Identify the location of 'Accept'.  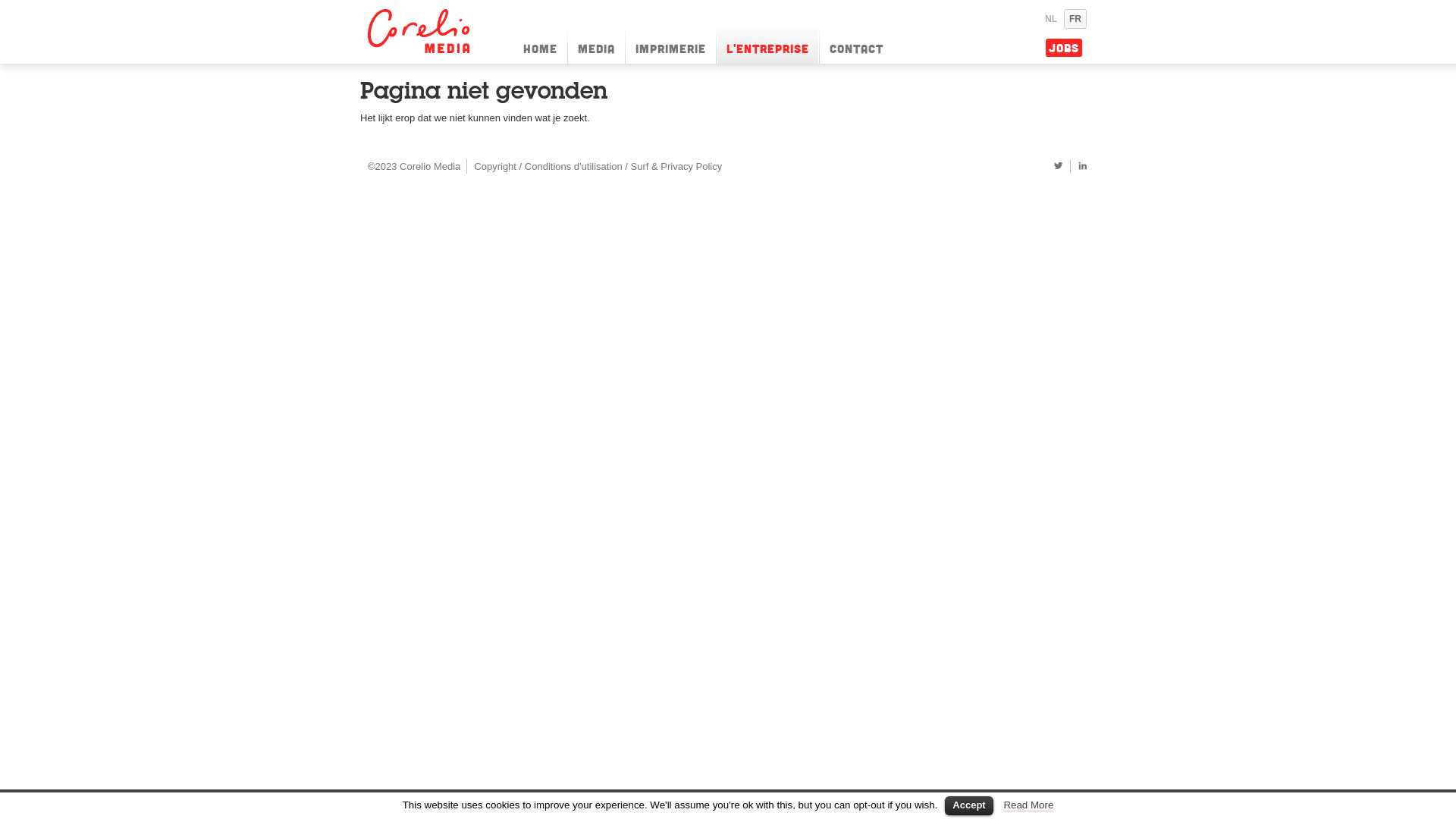
(944, 805).